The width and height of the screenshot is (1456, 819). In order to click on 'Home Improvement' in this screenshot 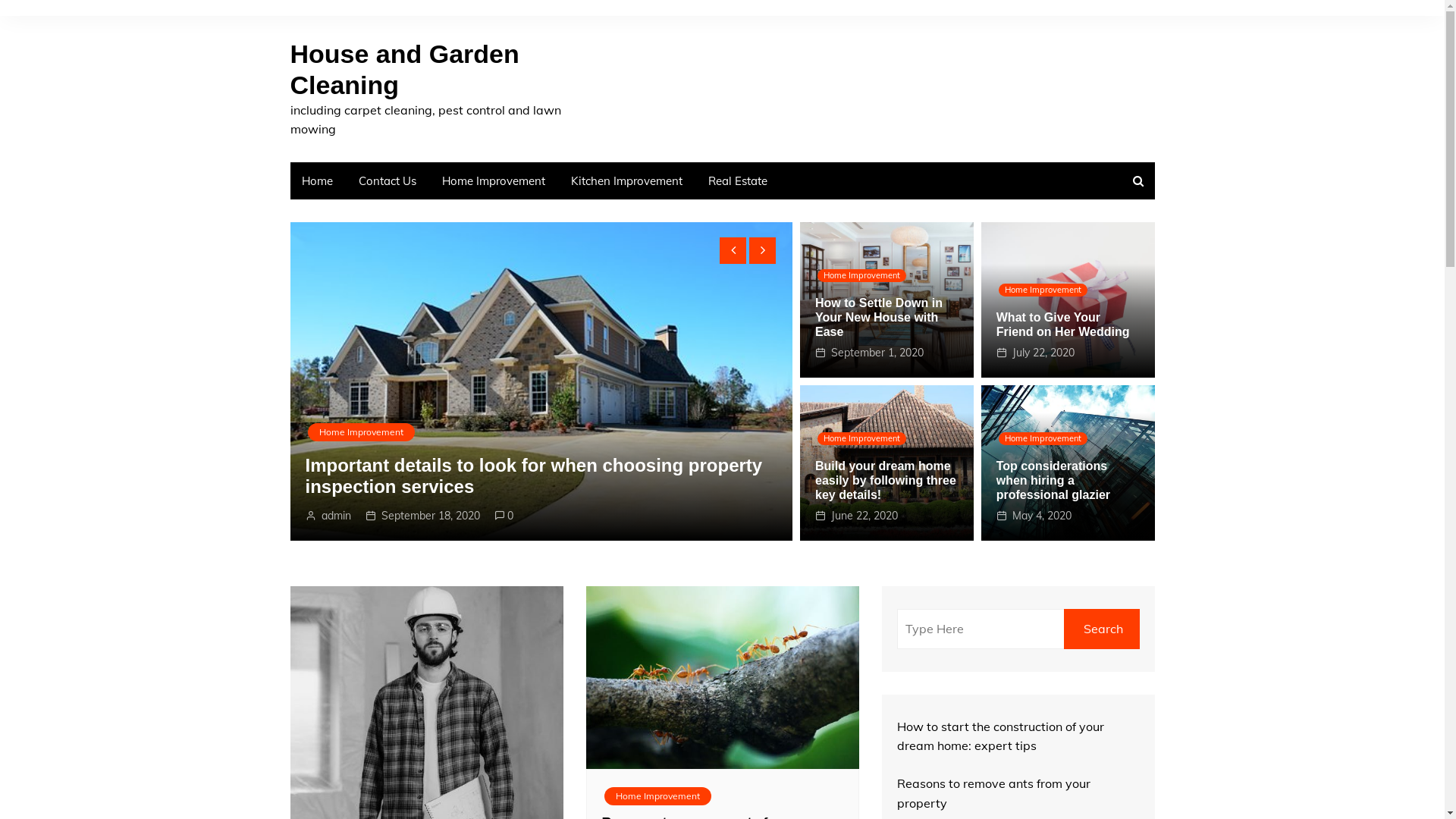, I will do `click(429, 180)`.